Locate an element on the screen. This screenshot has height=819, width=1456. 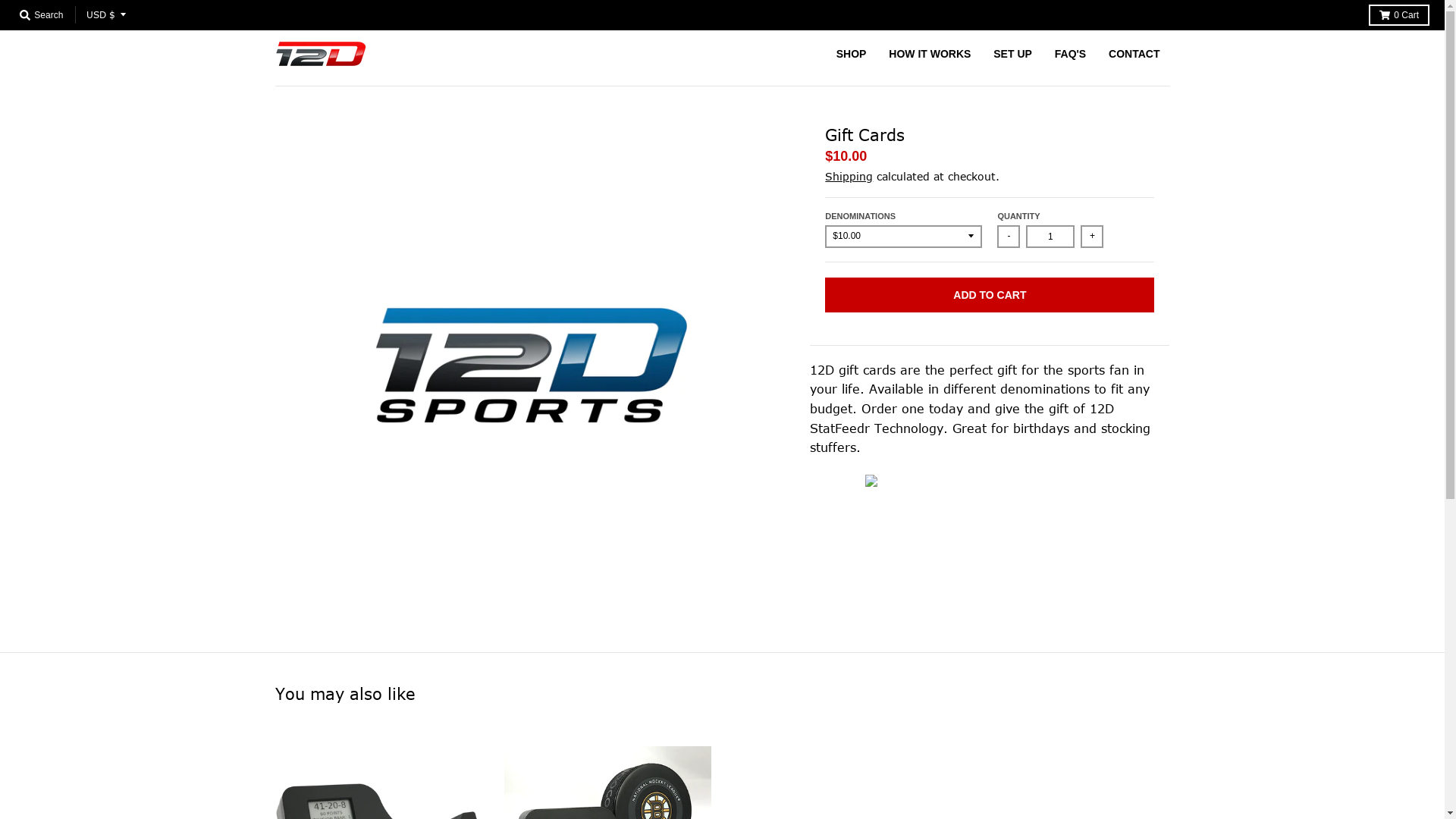
'HOW IT WORKS' is located at coordinates (928, 52).